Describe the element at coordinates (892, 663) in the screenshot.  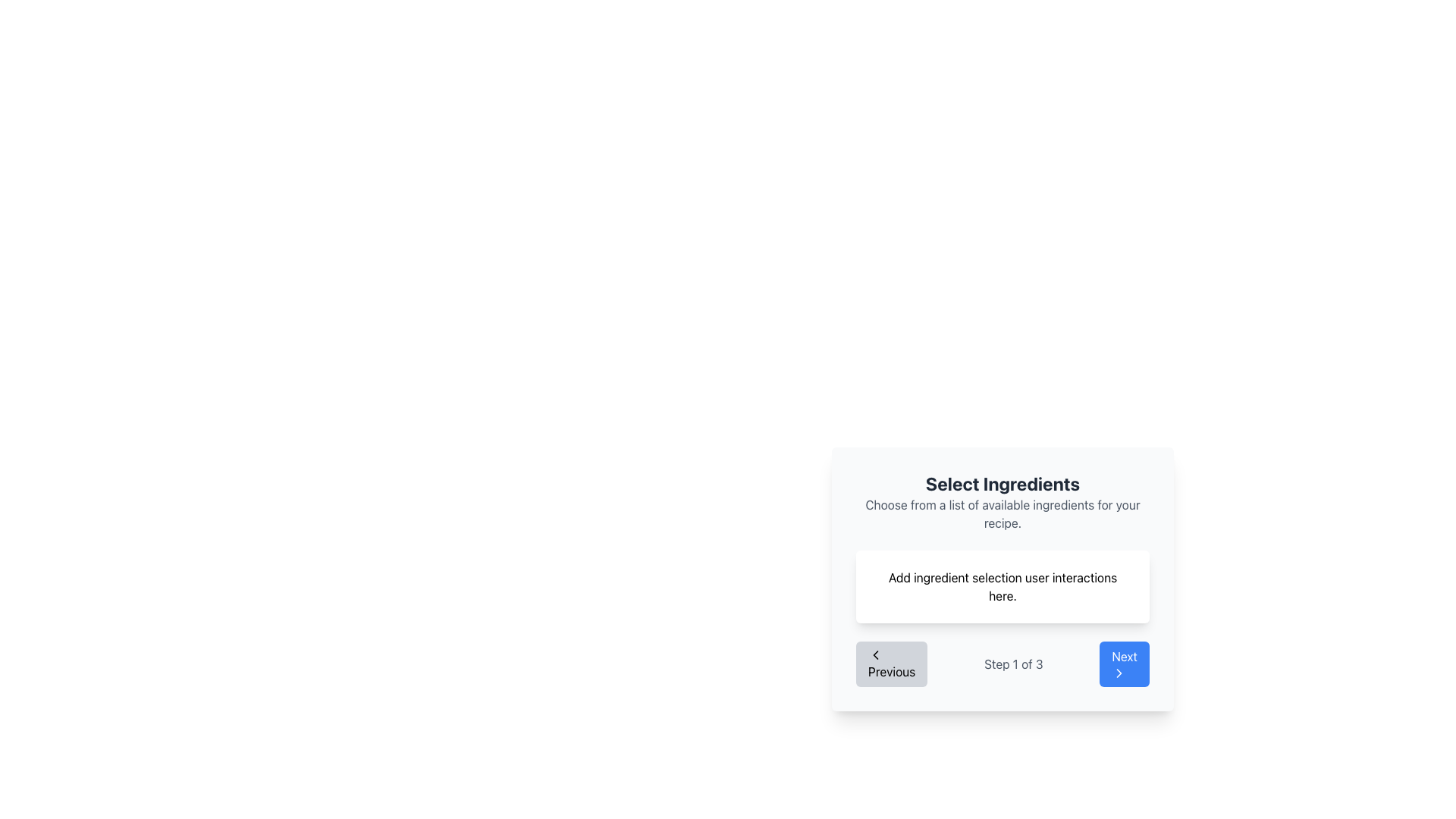
I see `the disabled navigation button located to the left of the 'Step 1 of 3' text and the 'Next' button in the pagination interface` at that location.